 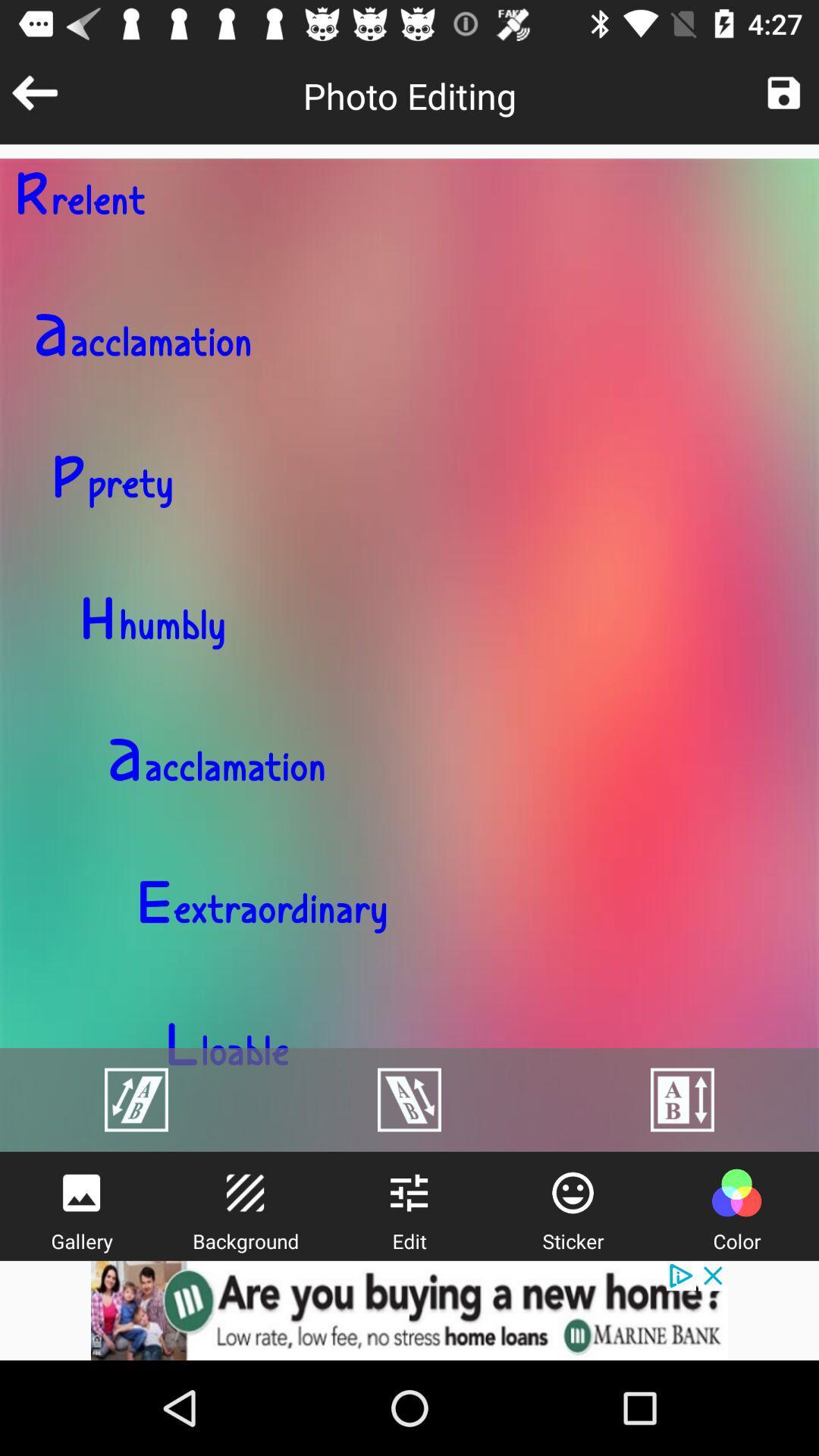 I want to click on the emoji icon, so click(x=573, y=1192).